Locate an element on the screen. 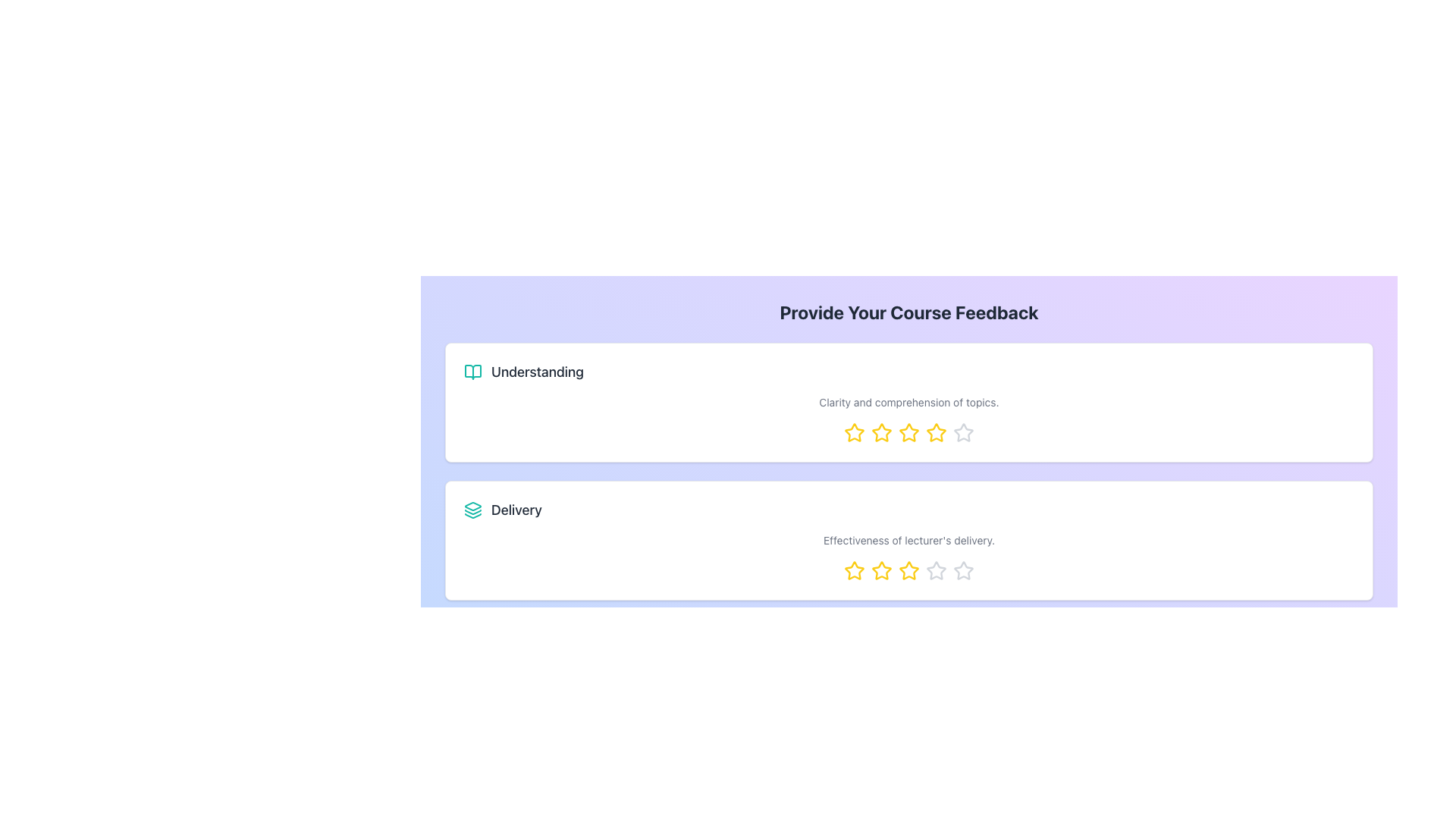 This screenshot has width=1456, height=819. the third star in the sequence of five star icons to provide a rating for the 'Delivery' category is located at coordinates (881, 570).